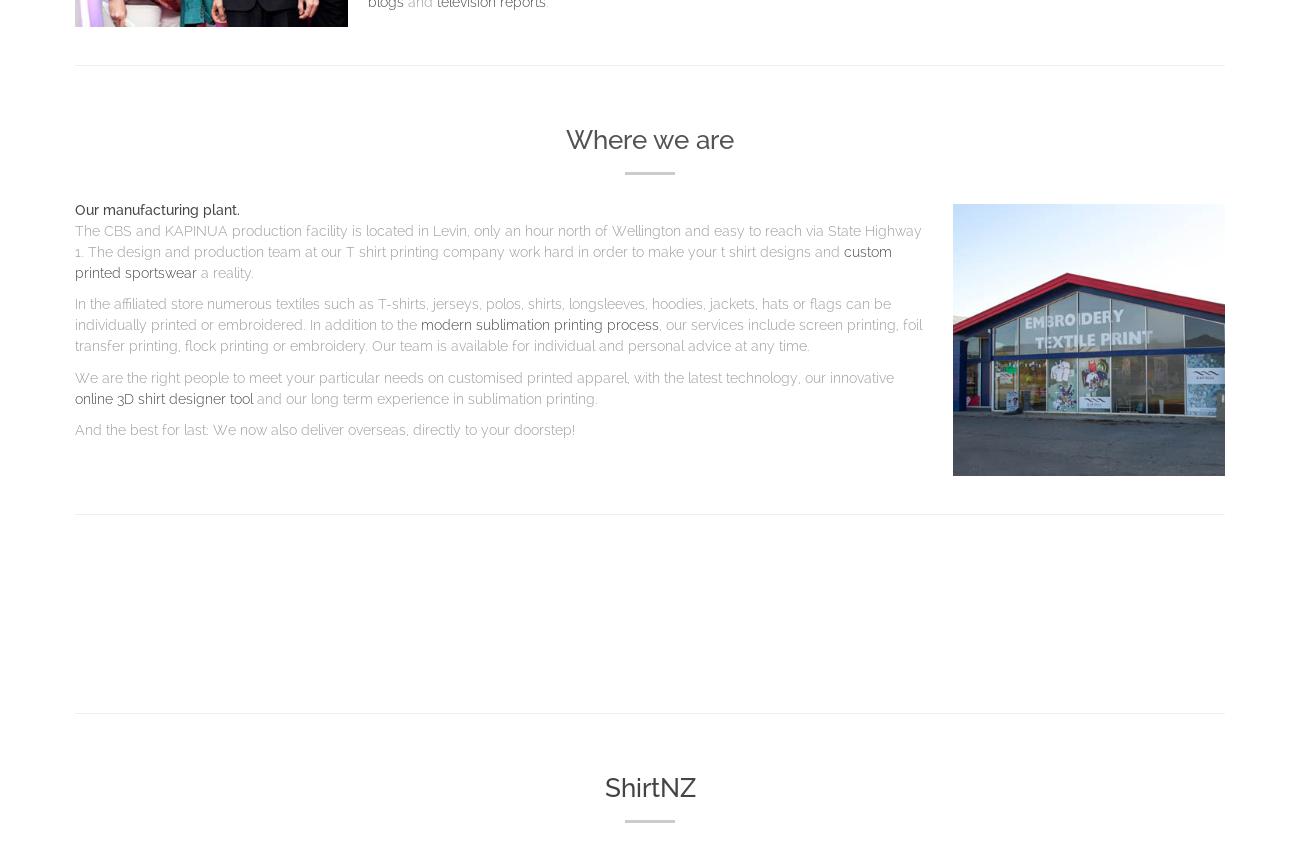 The height and width of the screenshot is (841, 1300). What do you see at coordinates (498, 334) in the screenshot?
I see `', our services include screen printing, foil transfer printing, flock printing or embroidery. Our team is available for individual and personal advice at any time.'` at bounding box center [498, 334].